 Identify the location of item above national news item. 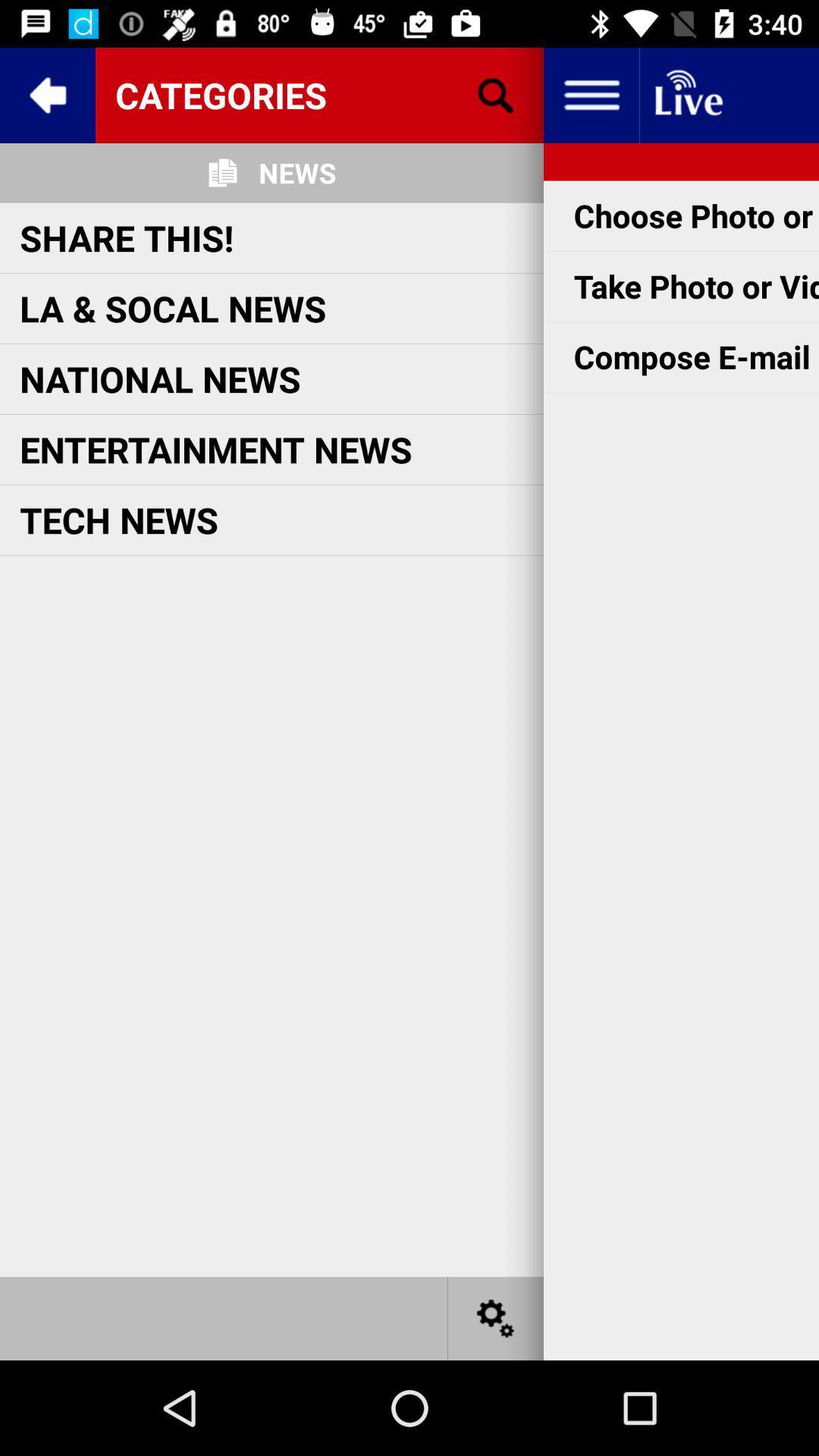
(172, 307).